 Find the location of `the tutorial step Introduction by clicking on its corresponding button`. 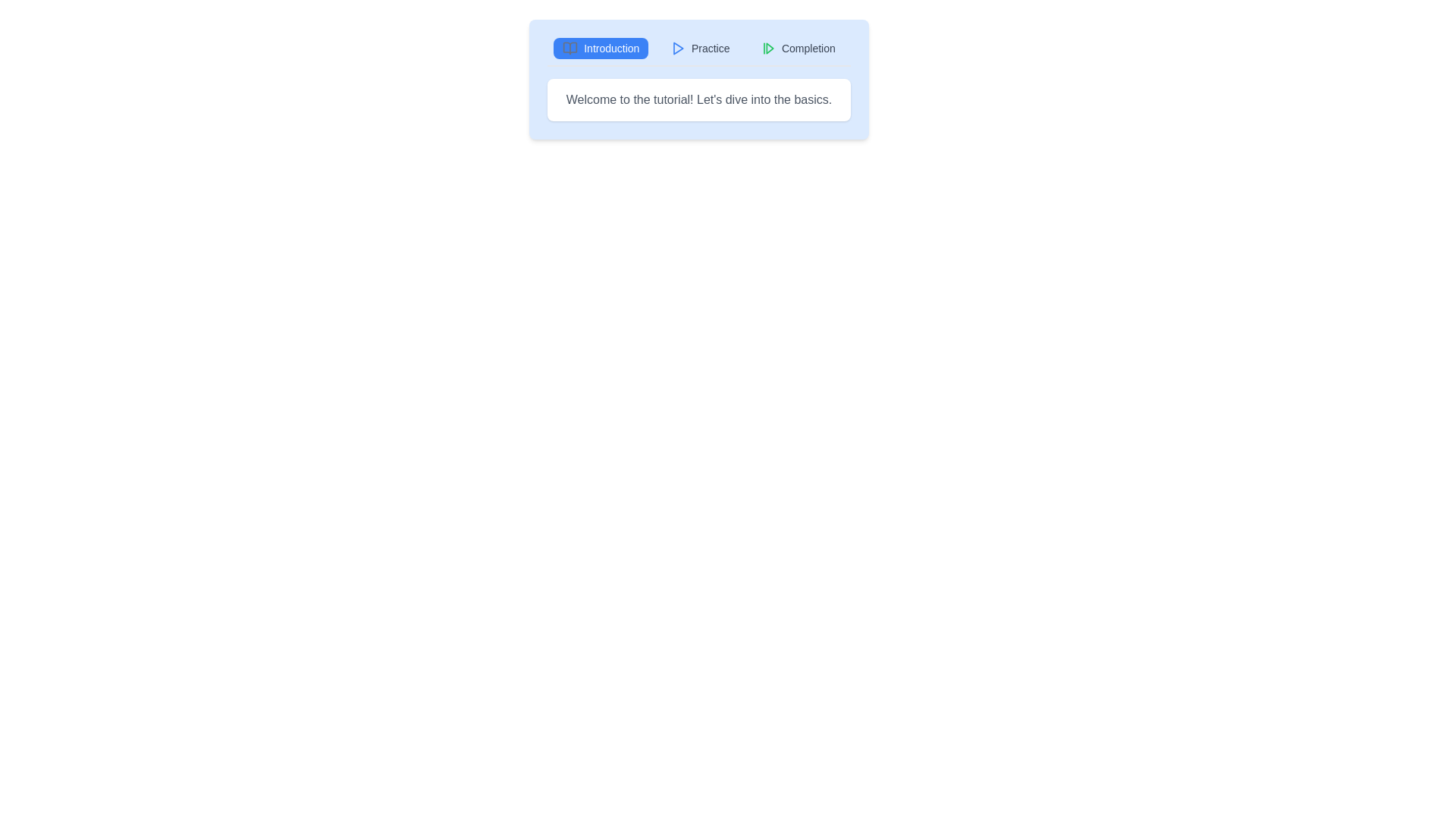

the tutorial step Introduction by clicking on its corresponding button is located at coordinates (600, 48).